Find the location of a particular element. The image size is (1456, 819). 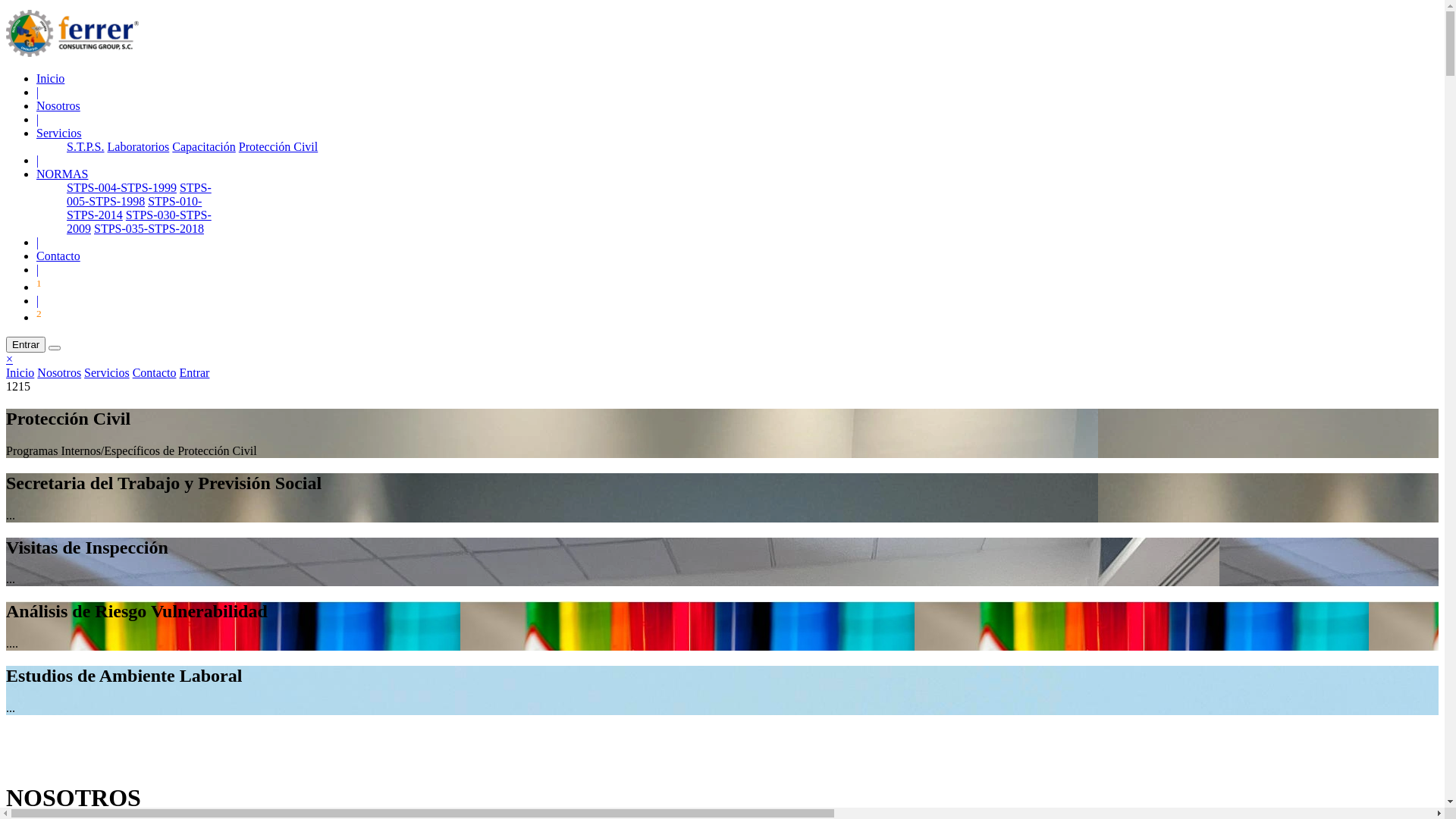

'NORMAS' is located at coordinates (61, 173).